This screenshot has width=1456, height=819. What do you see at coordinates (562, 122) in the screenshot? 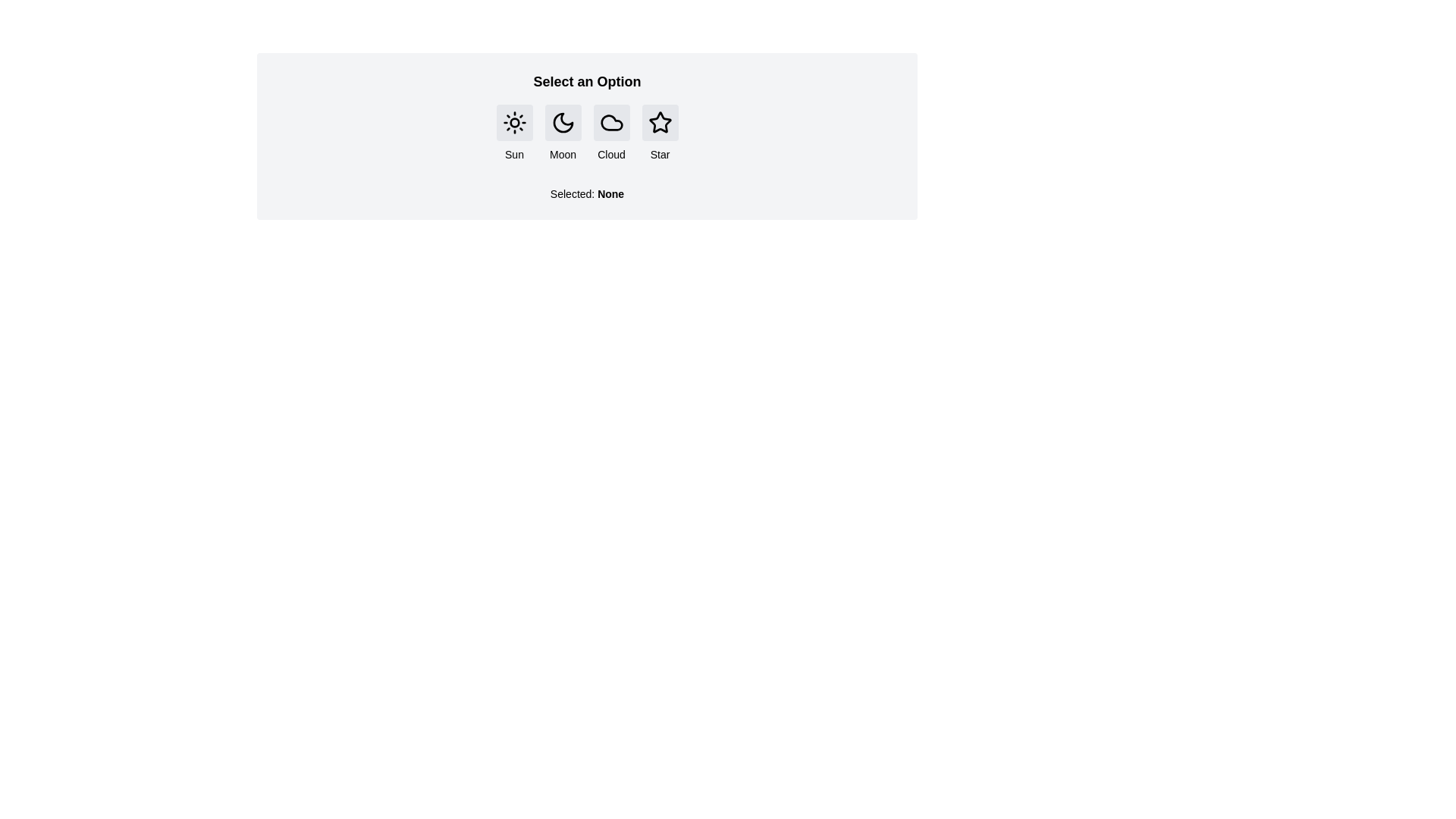
I see `the crescent moon icon, which is the second icon from the left in the row below the heading 'Select an Option'` at bounding box center [562, 122].